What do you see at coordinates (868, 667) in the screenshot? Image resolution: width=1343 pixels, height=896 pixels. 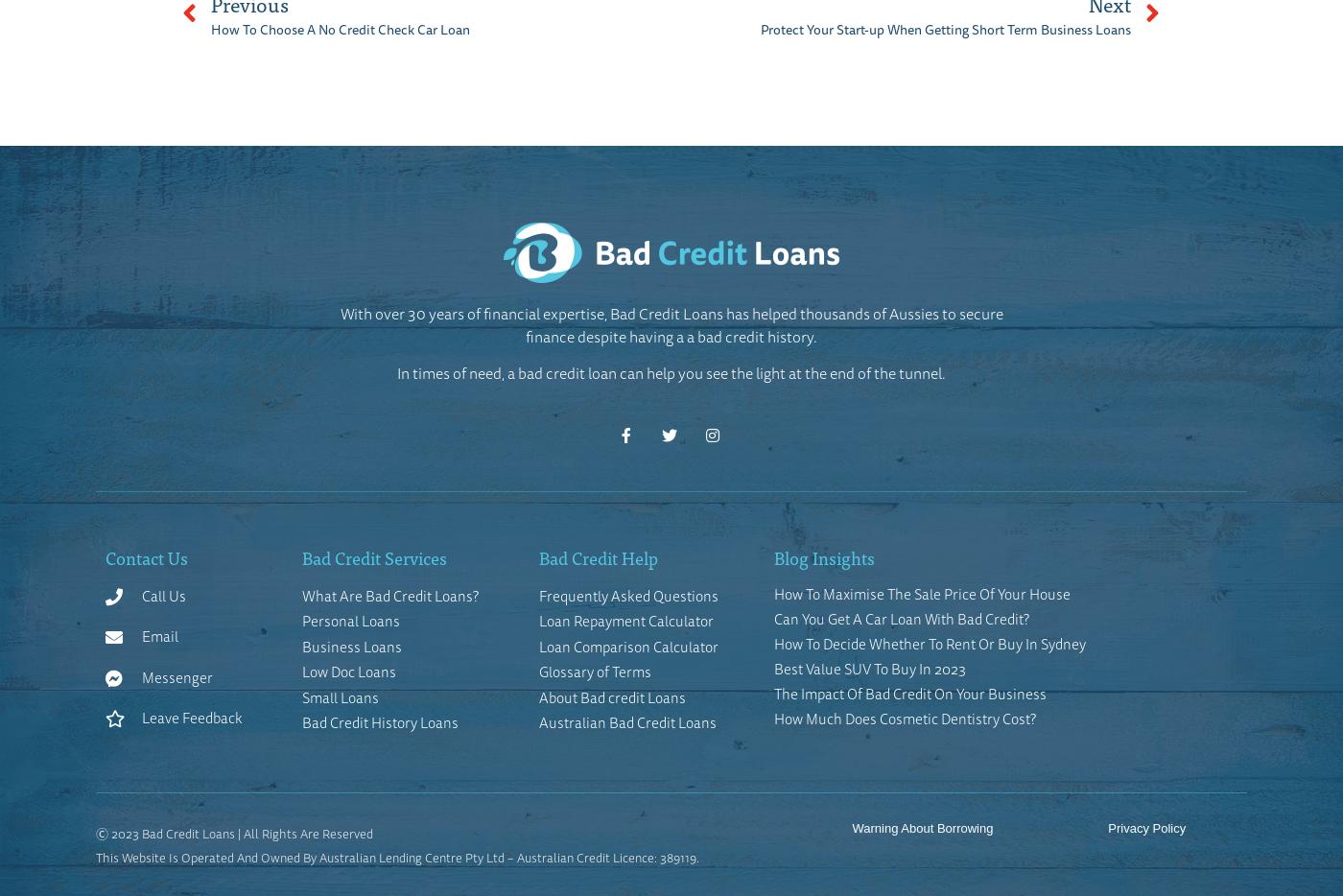 I see `'Best Value SUV to Buy in 2023'` at bounding box center [868, 667].